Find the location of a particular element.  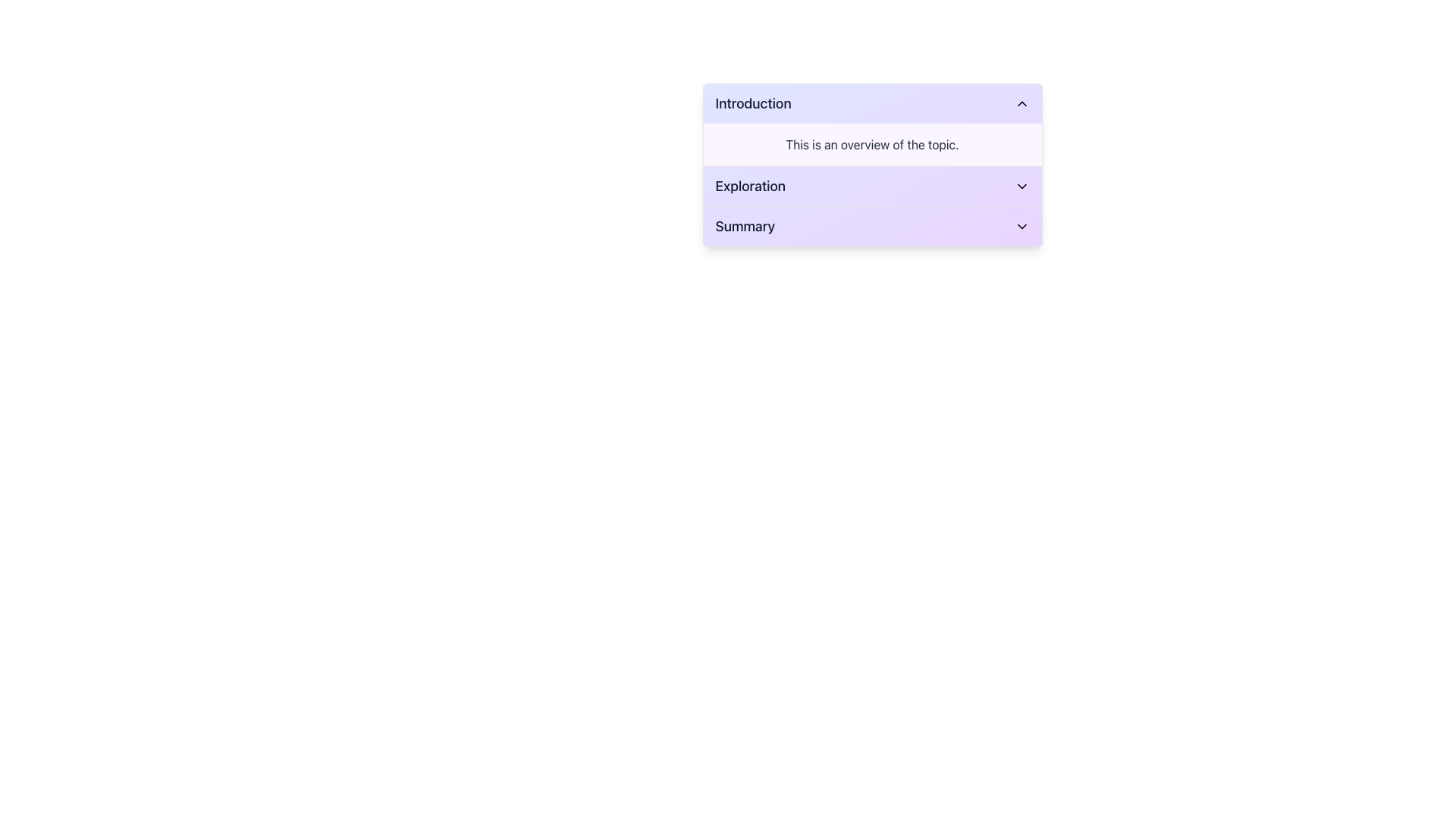

the small upward-pointing chevron icon located at the top-right corner of the 'Introduction' section header is located at coordinates (1021, 103).